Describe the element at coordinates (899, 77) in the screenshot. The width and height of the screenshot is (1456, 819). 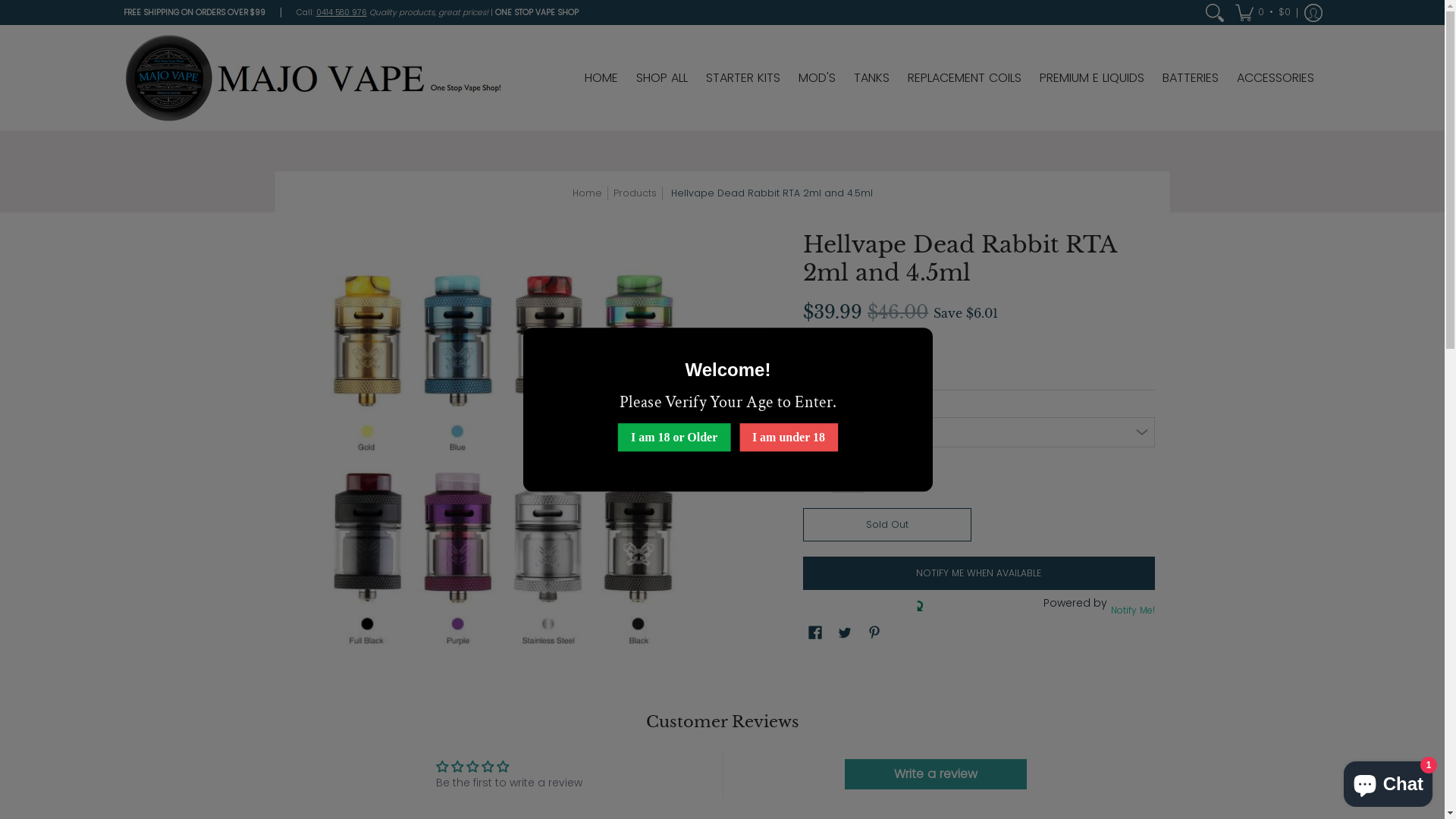
I see `'REPLACEMENT COILS'` at that location.